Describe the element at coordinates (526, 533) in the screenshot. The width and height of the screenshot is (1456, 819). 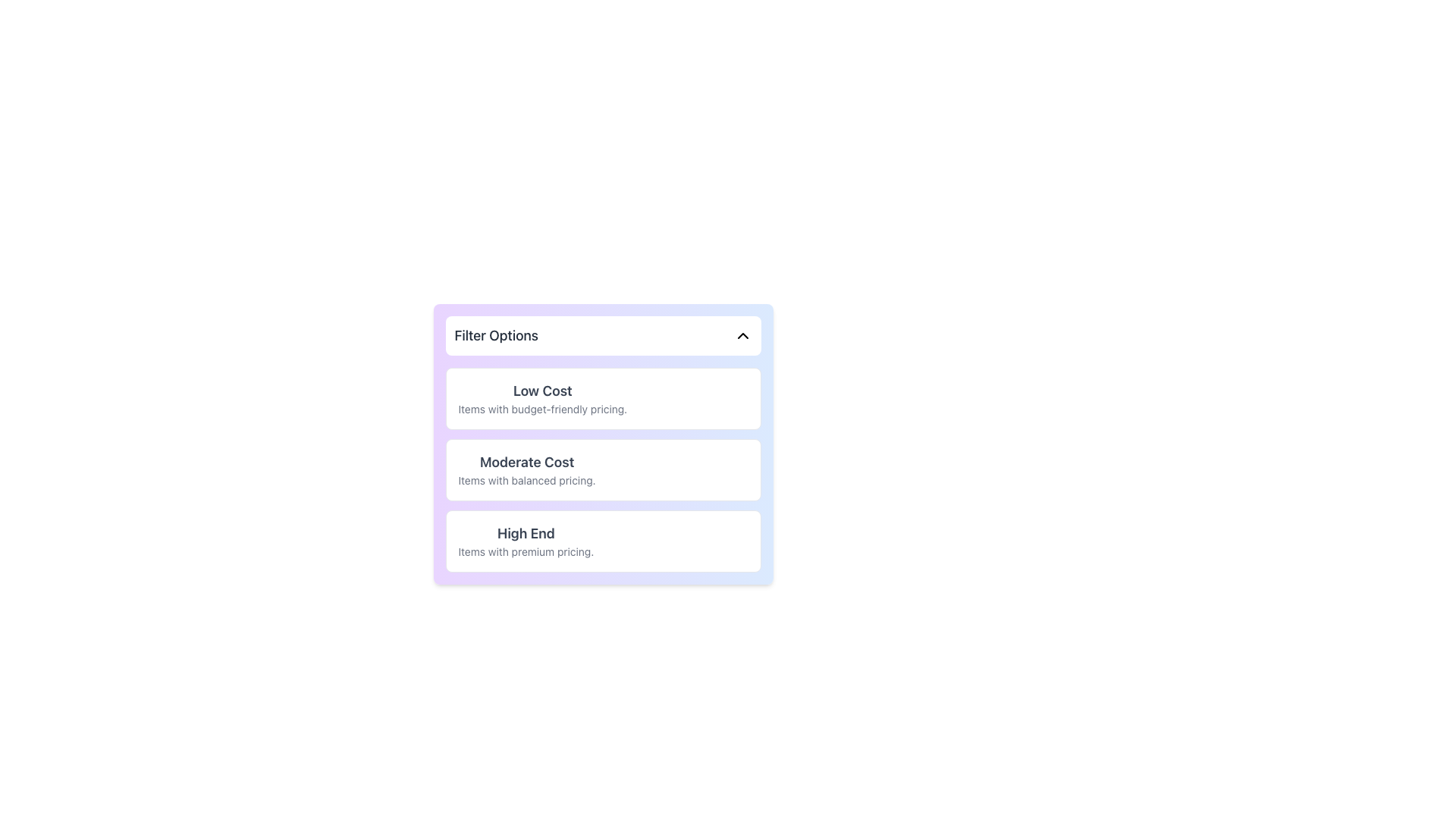
I see `the text label reading 'High End', which is prominently displayed in bold, large, dark gray font within a light-colored section of the interface` at that location.